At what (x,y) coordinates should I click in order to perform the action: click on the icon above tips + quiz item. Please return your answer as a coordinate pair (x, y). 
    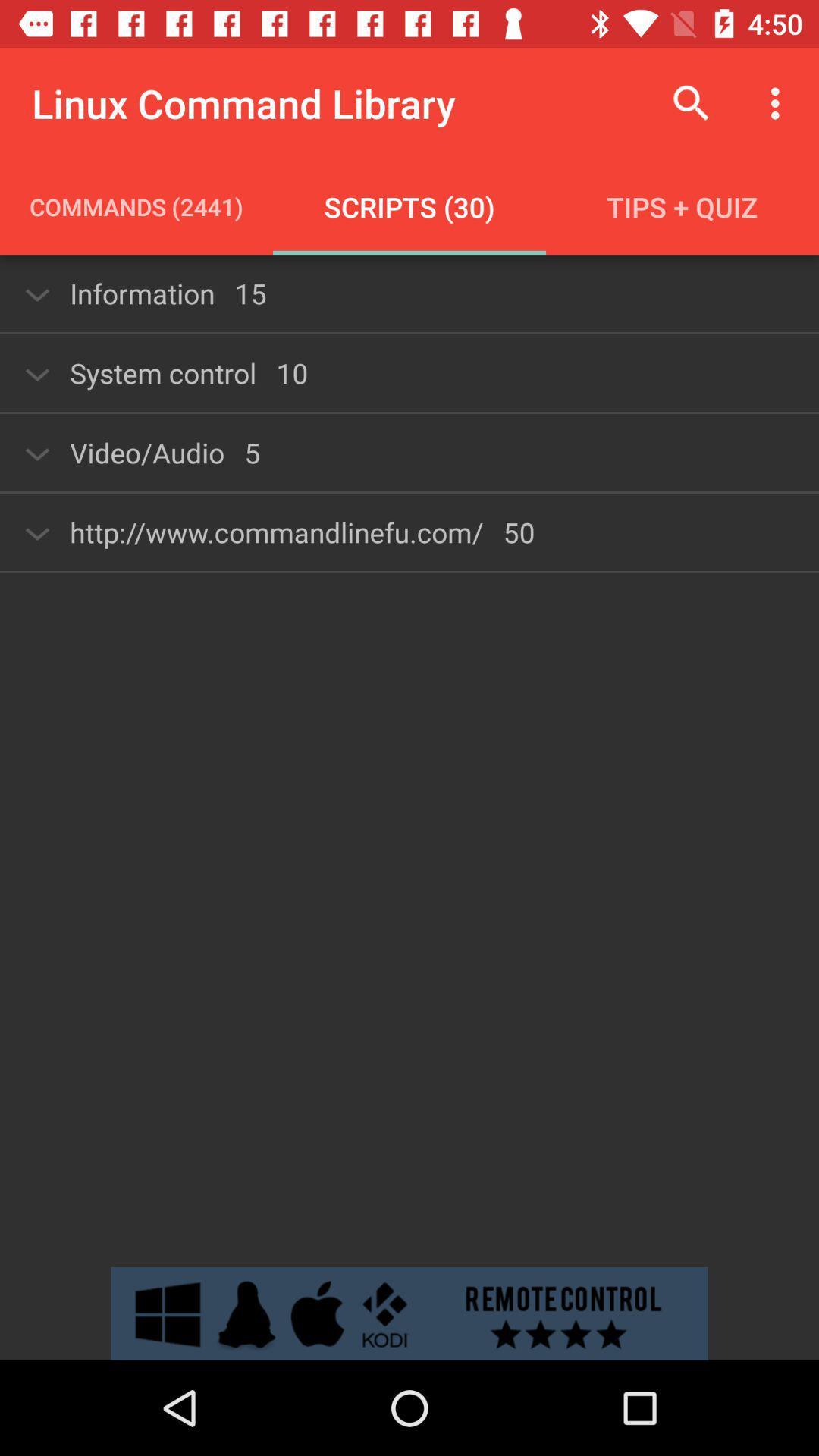
    Looking at the image, I should click on (779, 102).